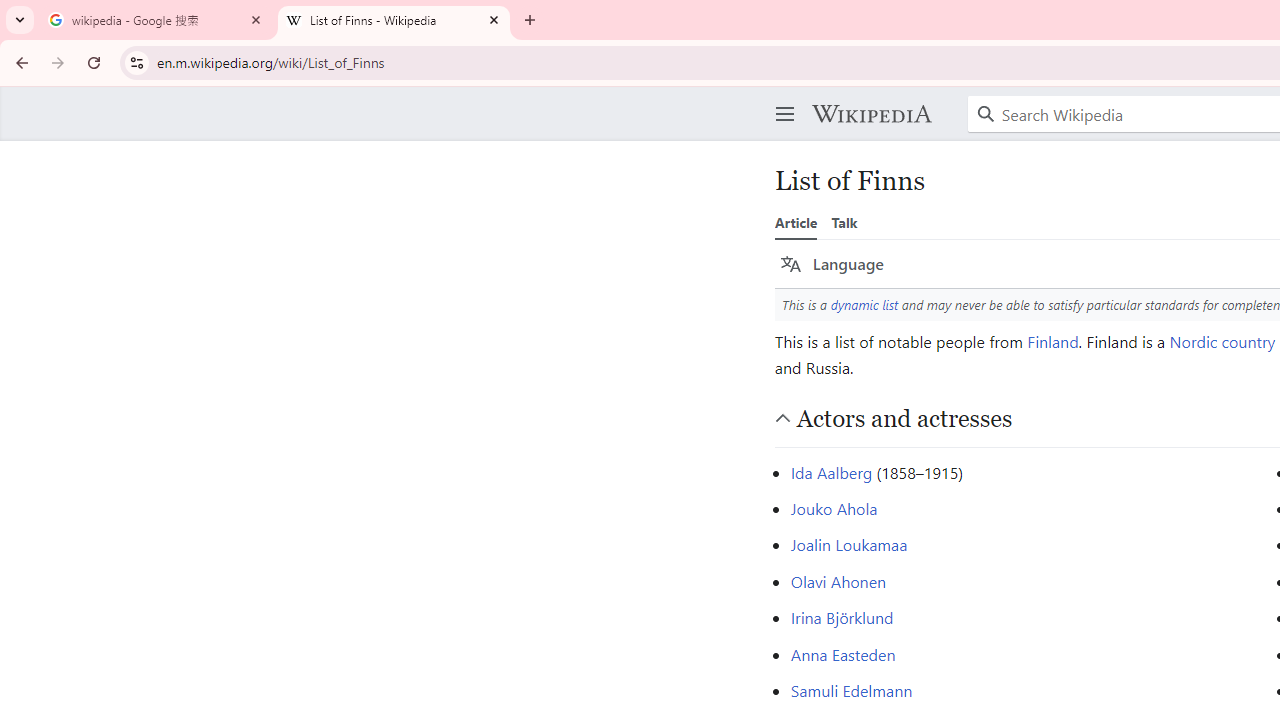  Describe the element at coordinates (831, 471) in the screenshot. I see `'Ida Aalberg'` at that location.